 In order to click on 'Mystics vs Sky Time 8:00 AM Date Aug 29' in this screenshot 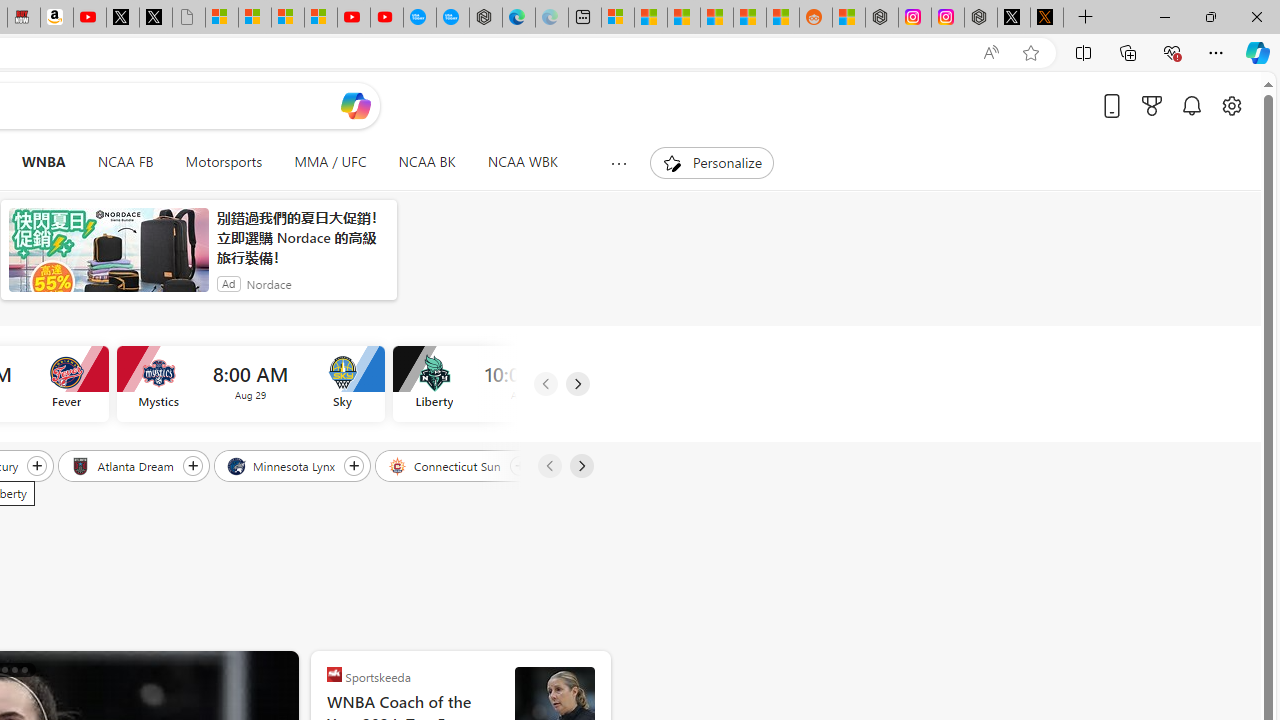, I will do `click(249, 384)`.